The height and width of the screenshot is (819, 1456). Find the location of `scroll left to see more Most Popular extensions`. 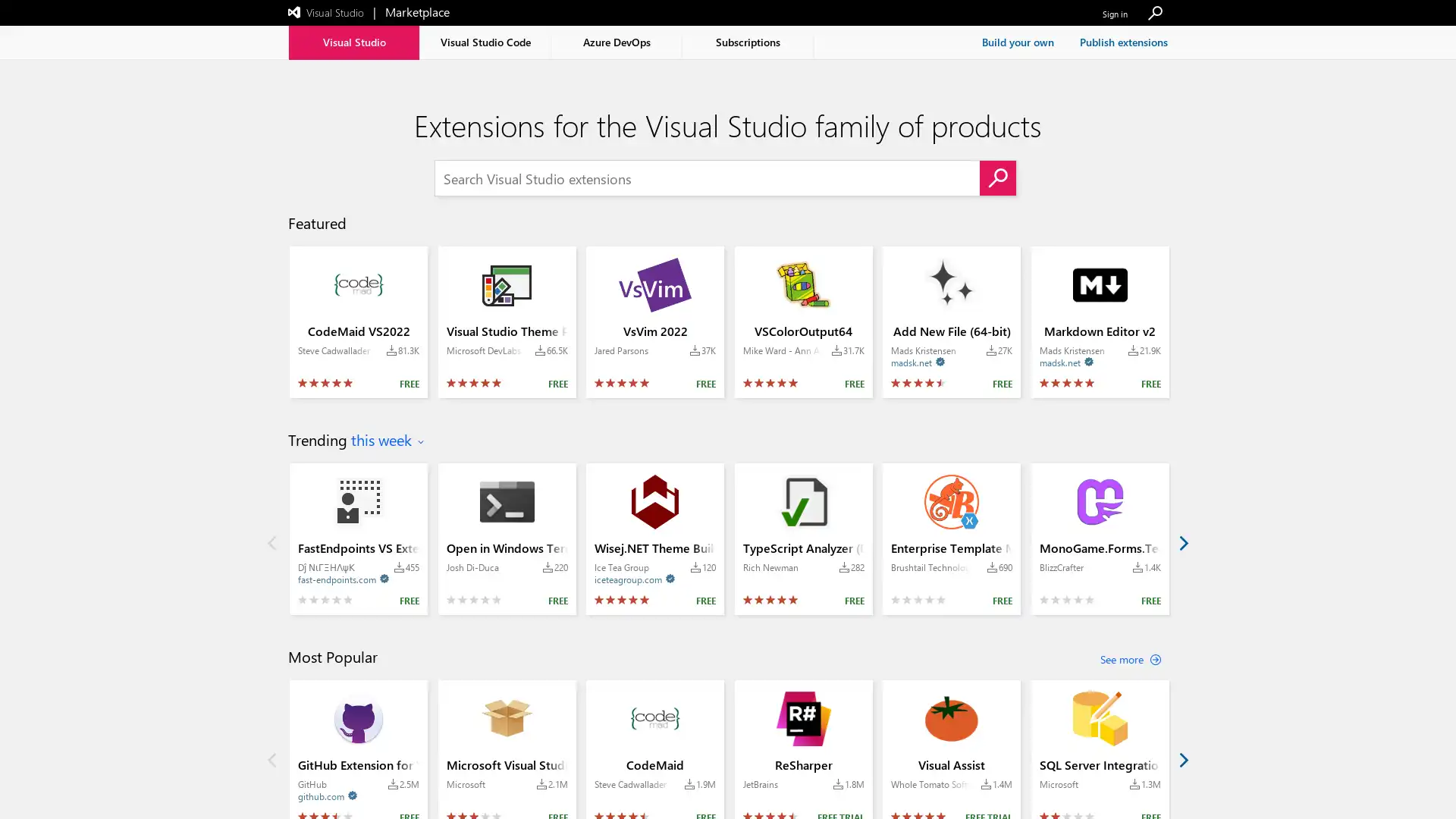

scroll left to see more Most Popular extensions is located at coordinates (272, 759).